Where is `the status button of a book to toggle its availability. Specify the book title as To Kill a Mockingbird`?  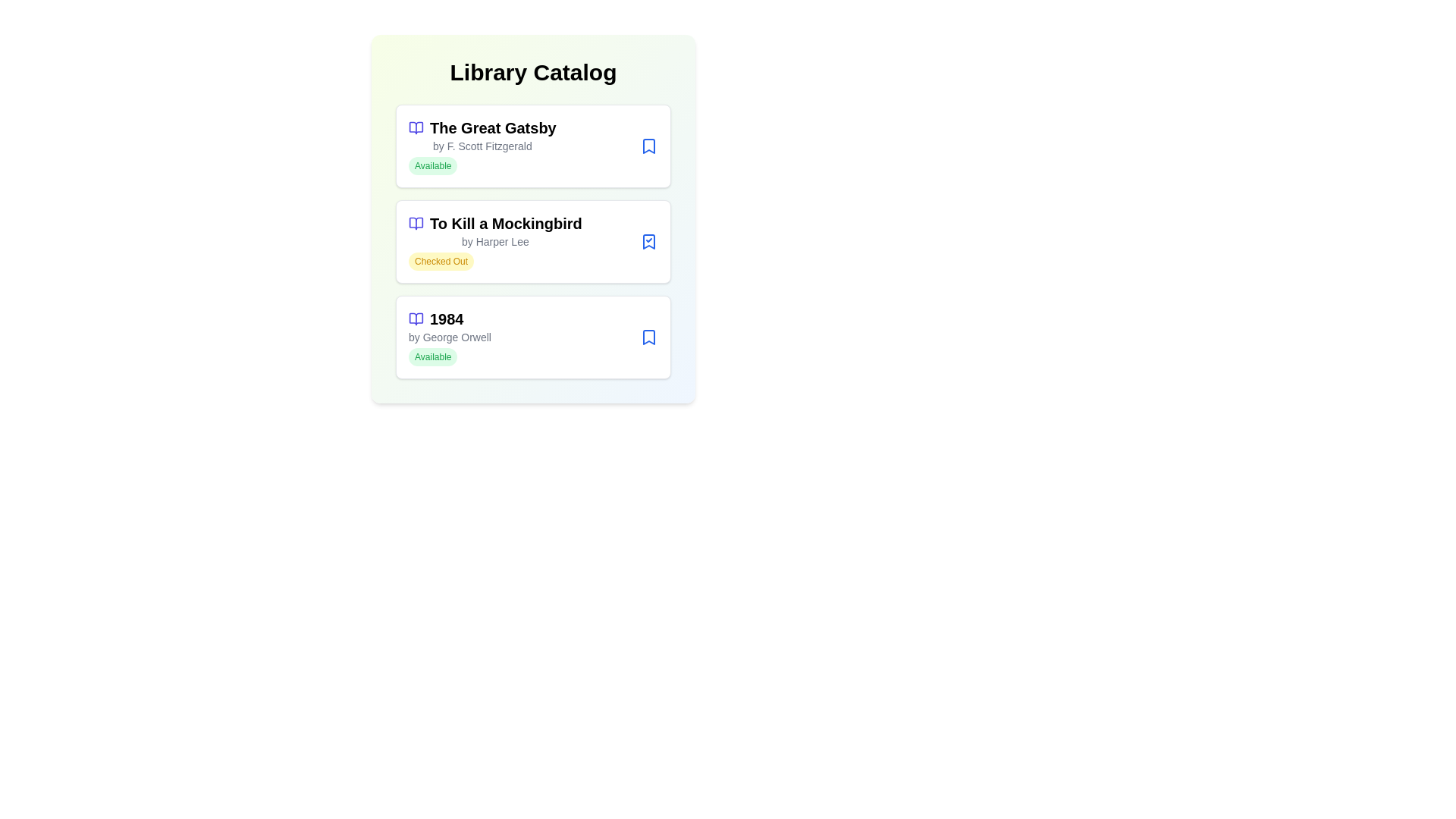 the status button of a book to toggle its availability. Specify the book title as To Kill a Mockingbird is located at coordinates (648, 241).